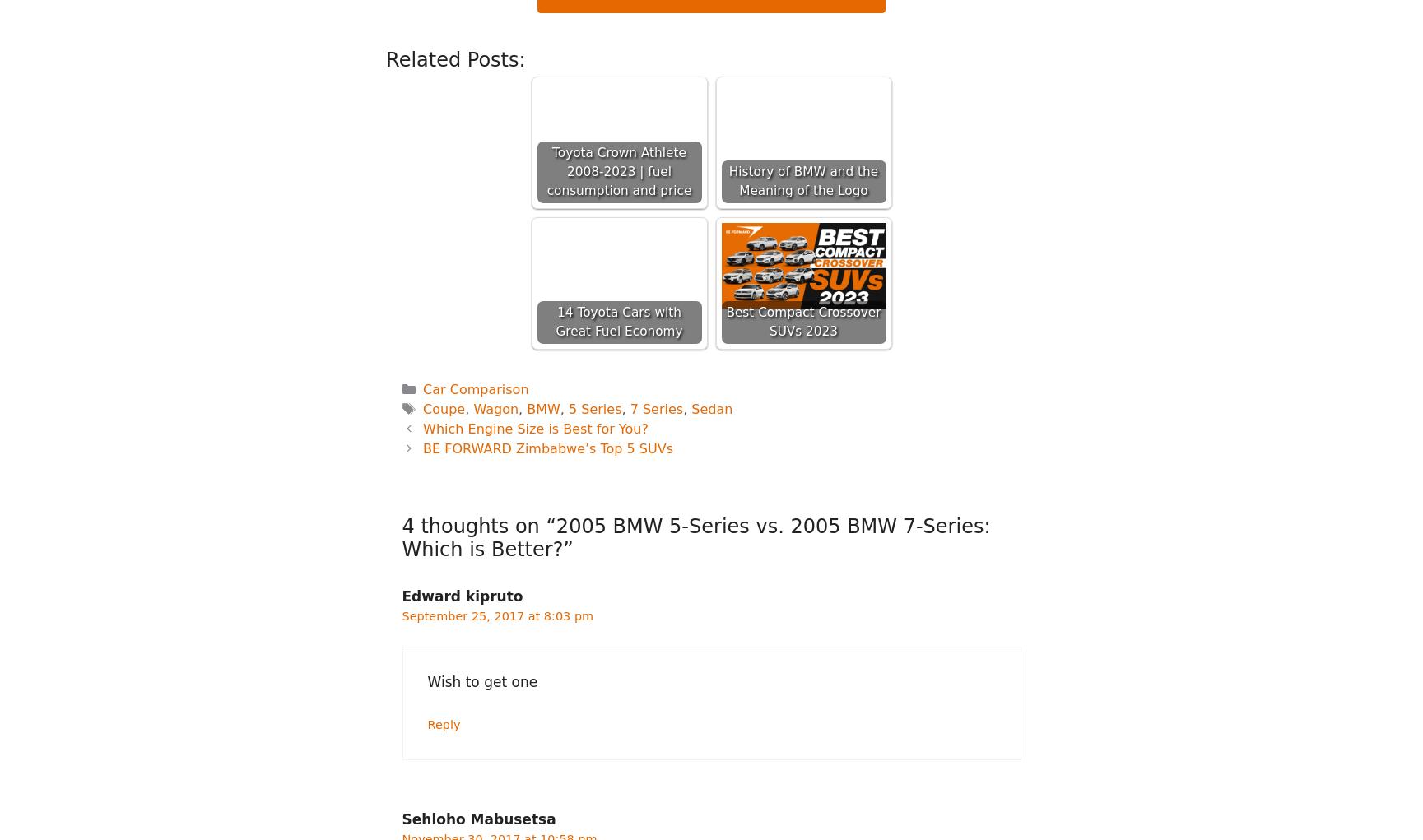 This screenshot has height=840, width=1423. What do you see at coordinates (478, 819) in the screenshot?
I see `'Sehloho Mabusetsa'` at bounding box center [478, 819].